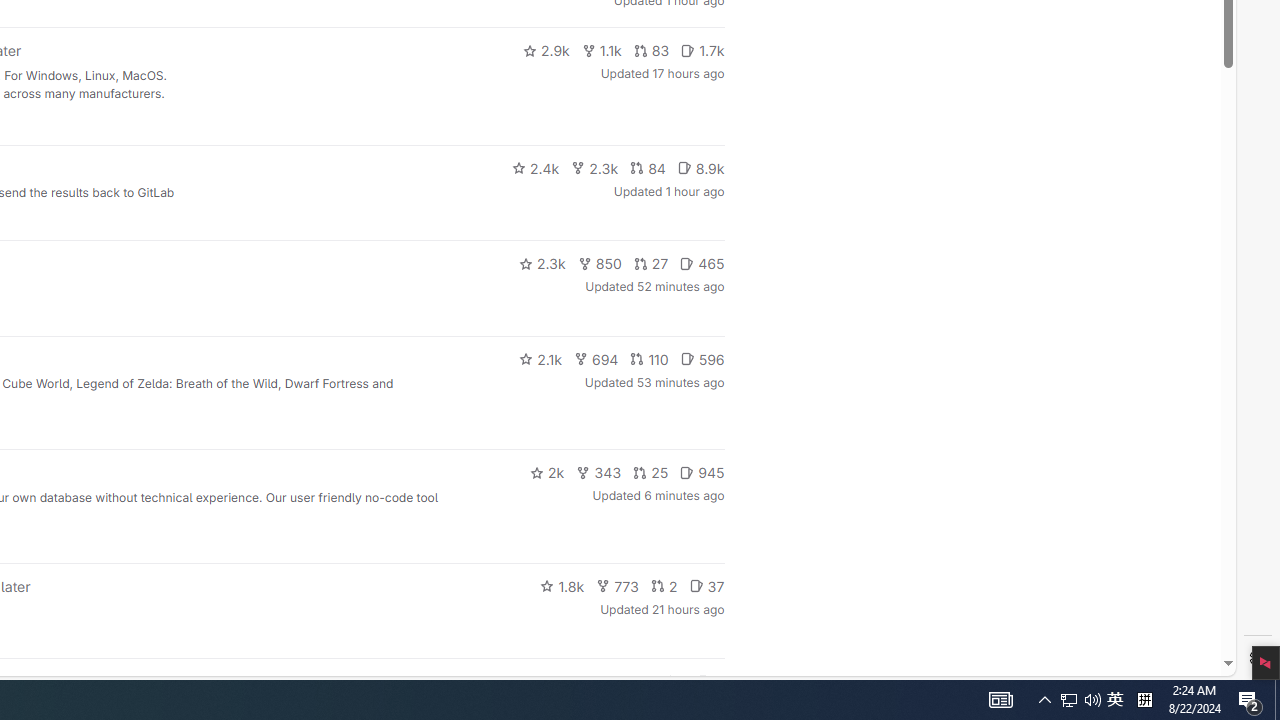  Describe the element at coordinates (617, 585) in the screenshot. I see `'773'` at that location.